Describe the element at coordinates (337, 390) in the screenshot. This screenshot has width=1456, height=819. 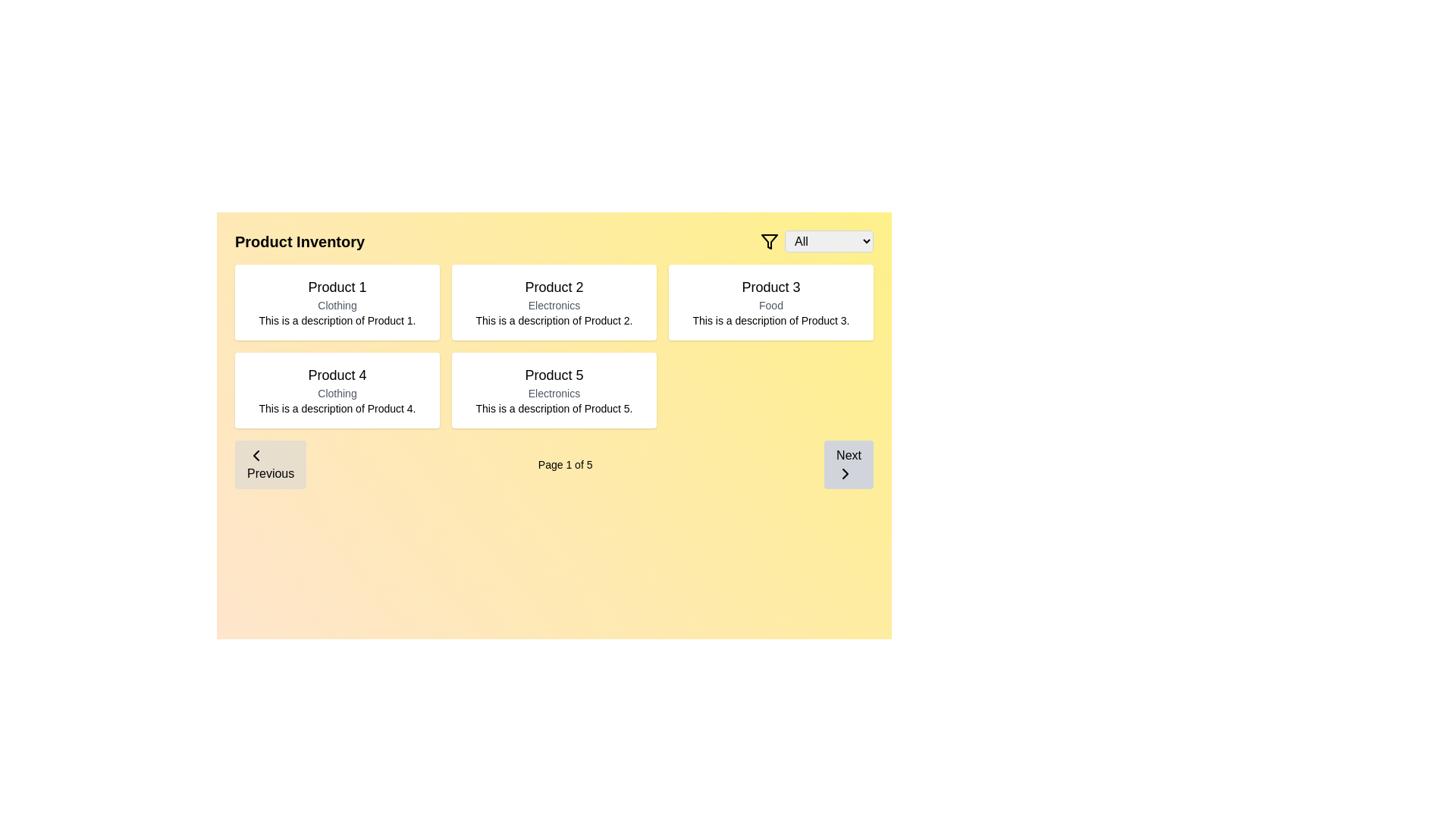
I see `the product display card located in the grid layout, which is the first item on the second row and fourth in the sequence` at that location.